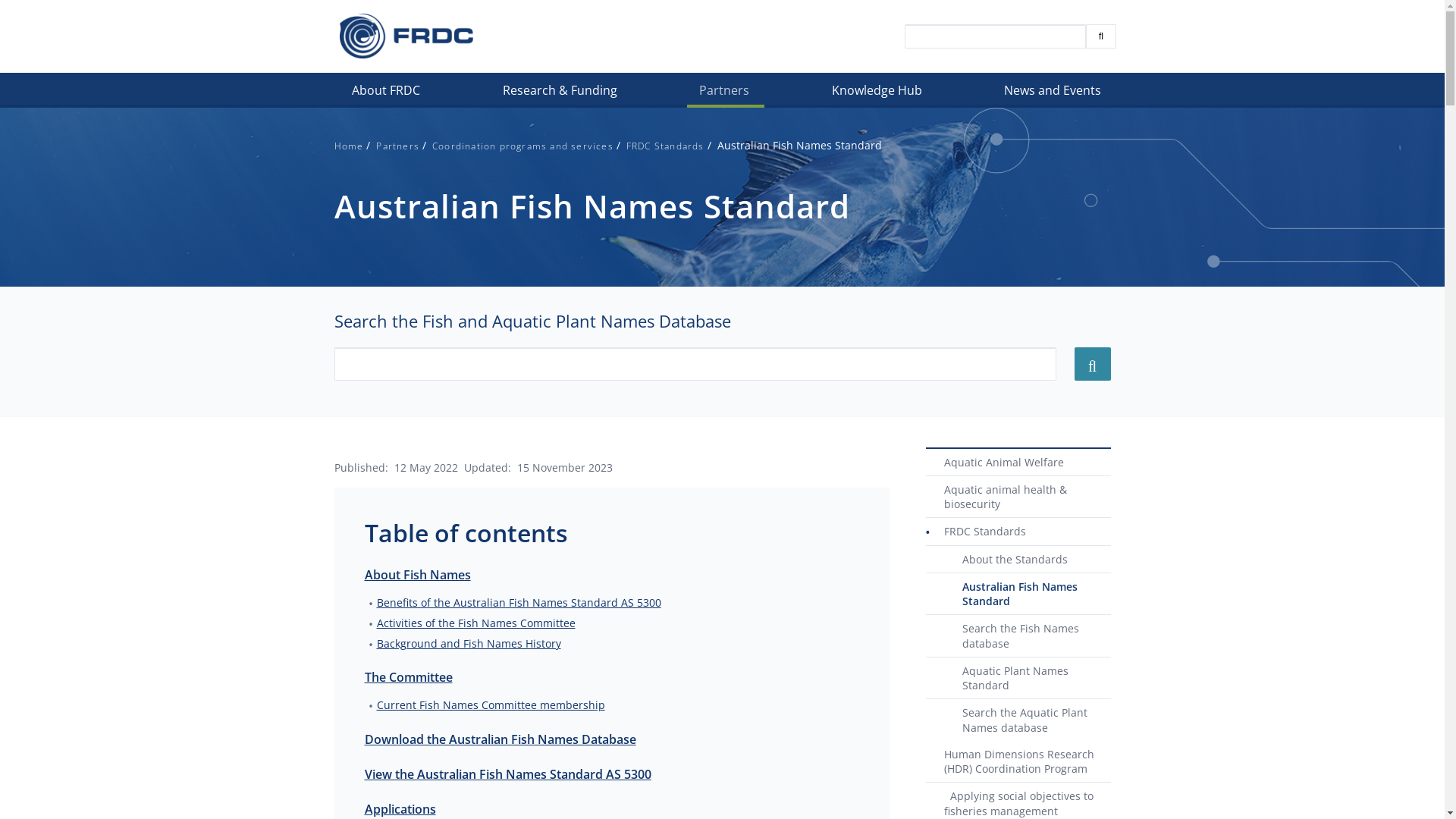  Describe the element at coordinates (375, 643) in the screenshot. I see `'Background and Fish Names History'` at that location.